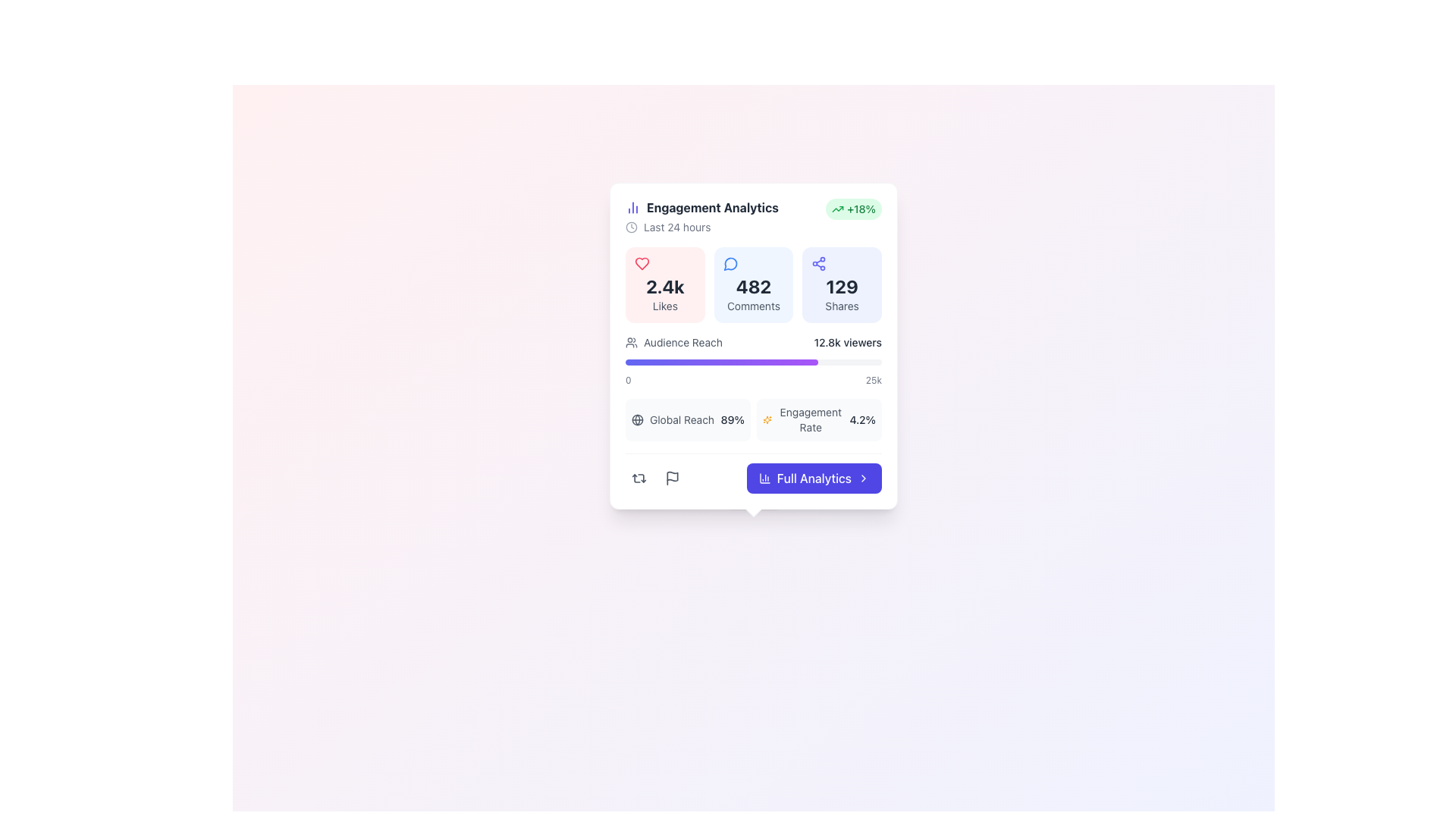 Image resolution: width=1456 pixels, height=819 pixels. I want to click on the 'Full Analytics' text label located on the blue button at the bottom of the analytics card, so click(813, 479).